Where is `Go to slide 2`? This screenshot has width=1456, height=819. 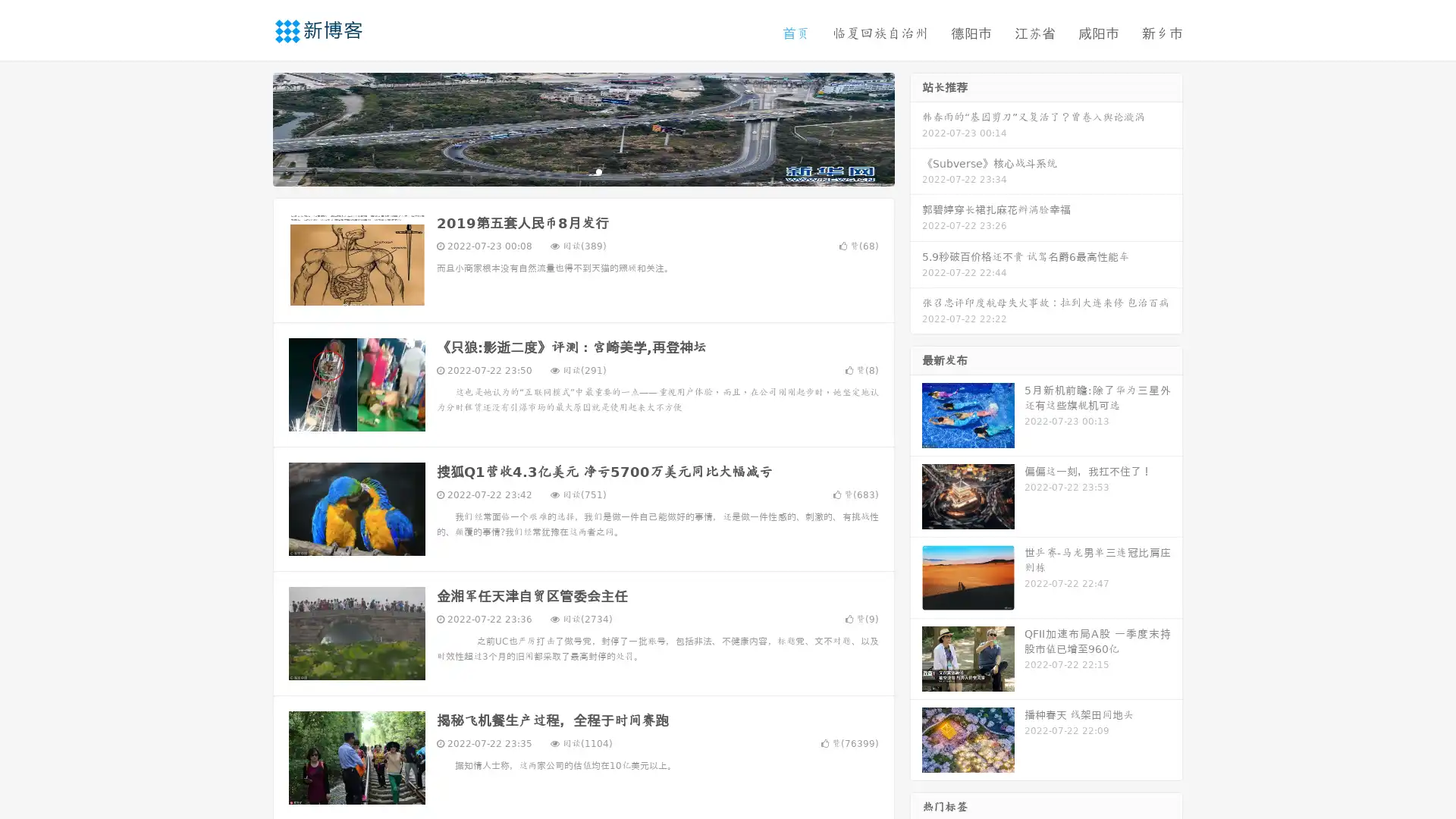
Go to slide 2 is located at coordinates (582, 171).